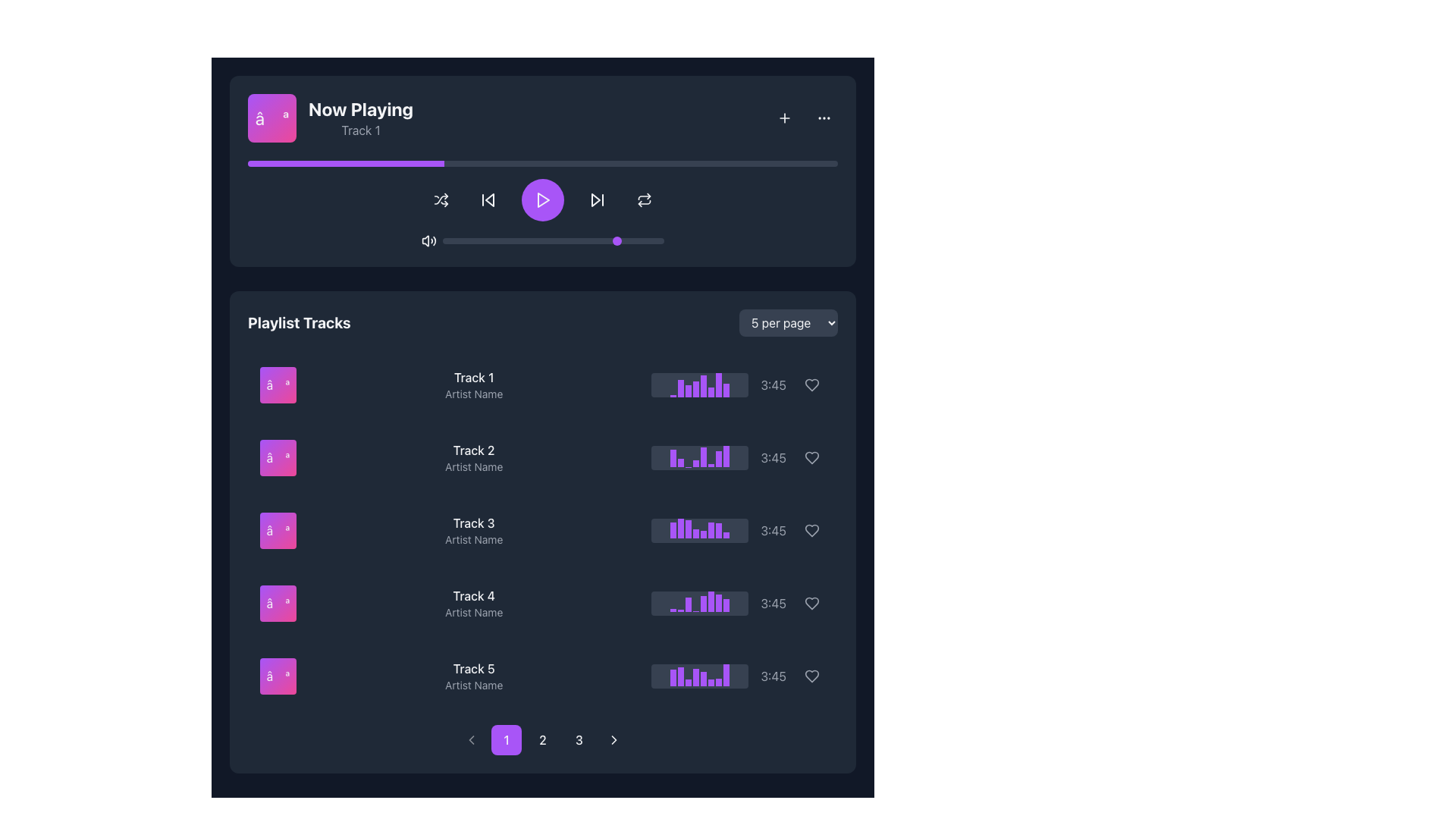  Describe the element at coordinates (278, 675) in the screenshot. I see `the musical note icon styled in white color, located in the fifth list item of the 'Playlist Tracks' section, to the left of the track details` at that location.